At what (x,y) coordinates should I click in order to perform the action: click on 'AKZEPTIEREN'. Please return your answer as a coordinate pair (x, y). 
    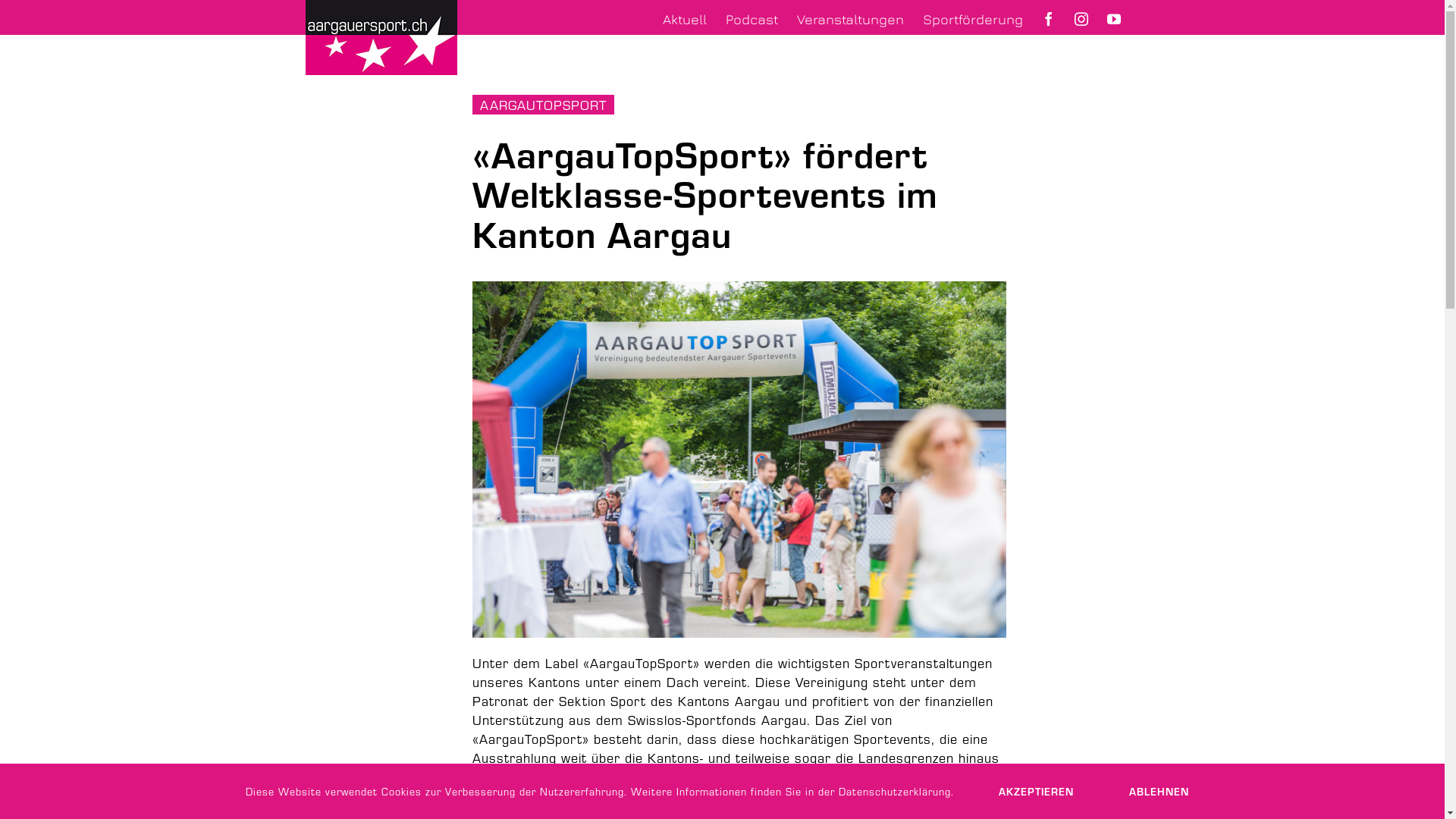
    Looking at the image, I should click on (976, 790).